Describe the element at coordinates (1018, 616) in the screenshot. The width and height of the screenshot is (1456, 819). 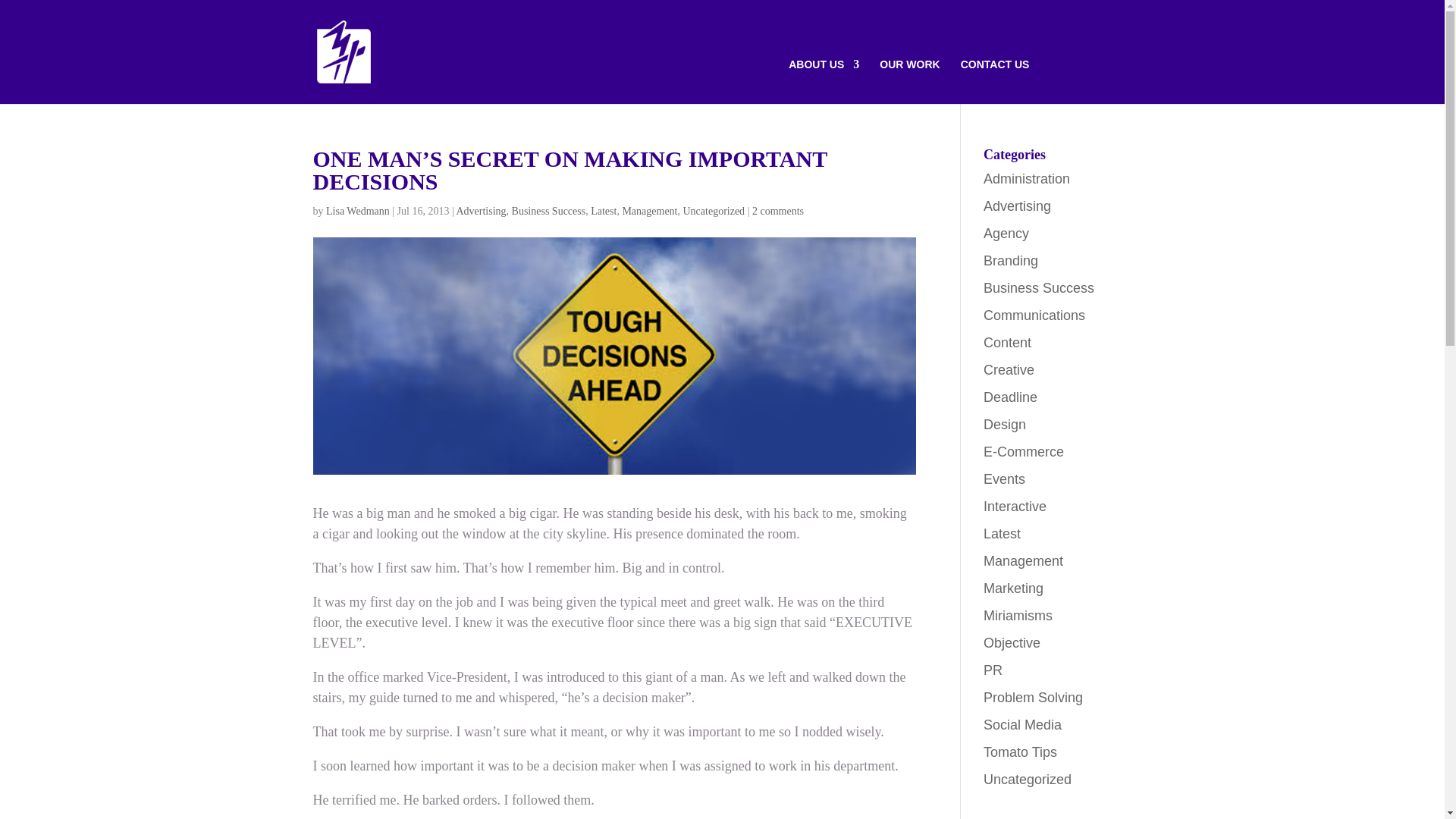
I see `'Miriamisms'` at that location.